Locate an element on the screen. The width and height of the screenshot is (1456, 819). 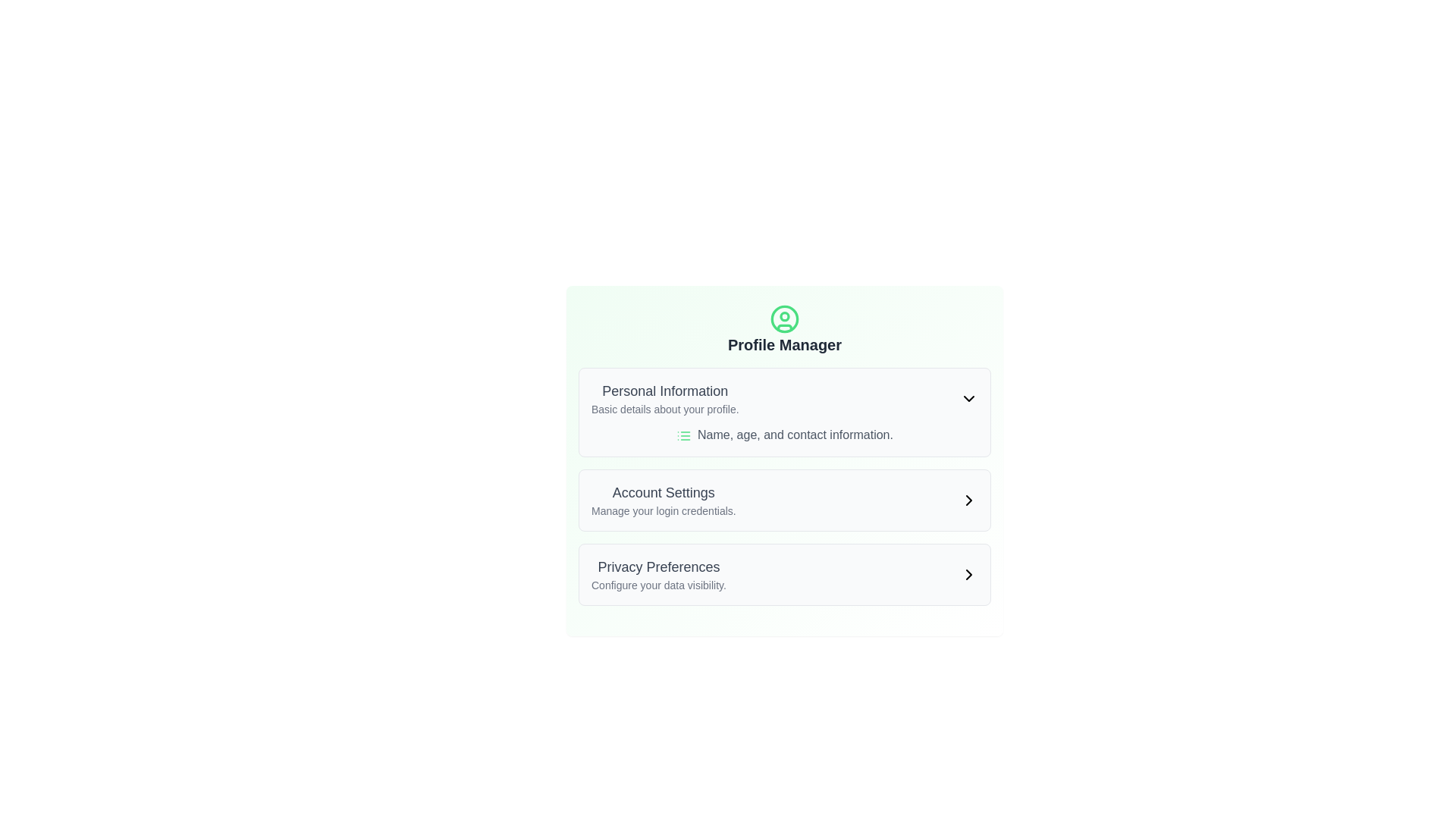
the text label displaying 'Privacy Preferences' which is part of the Profile Manager sections, located at the top of a card-like component is located at coordinates (658, 567).